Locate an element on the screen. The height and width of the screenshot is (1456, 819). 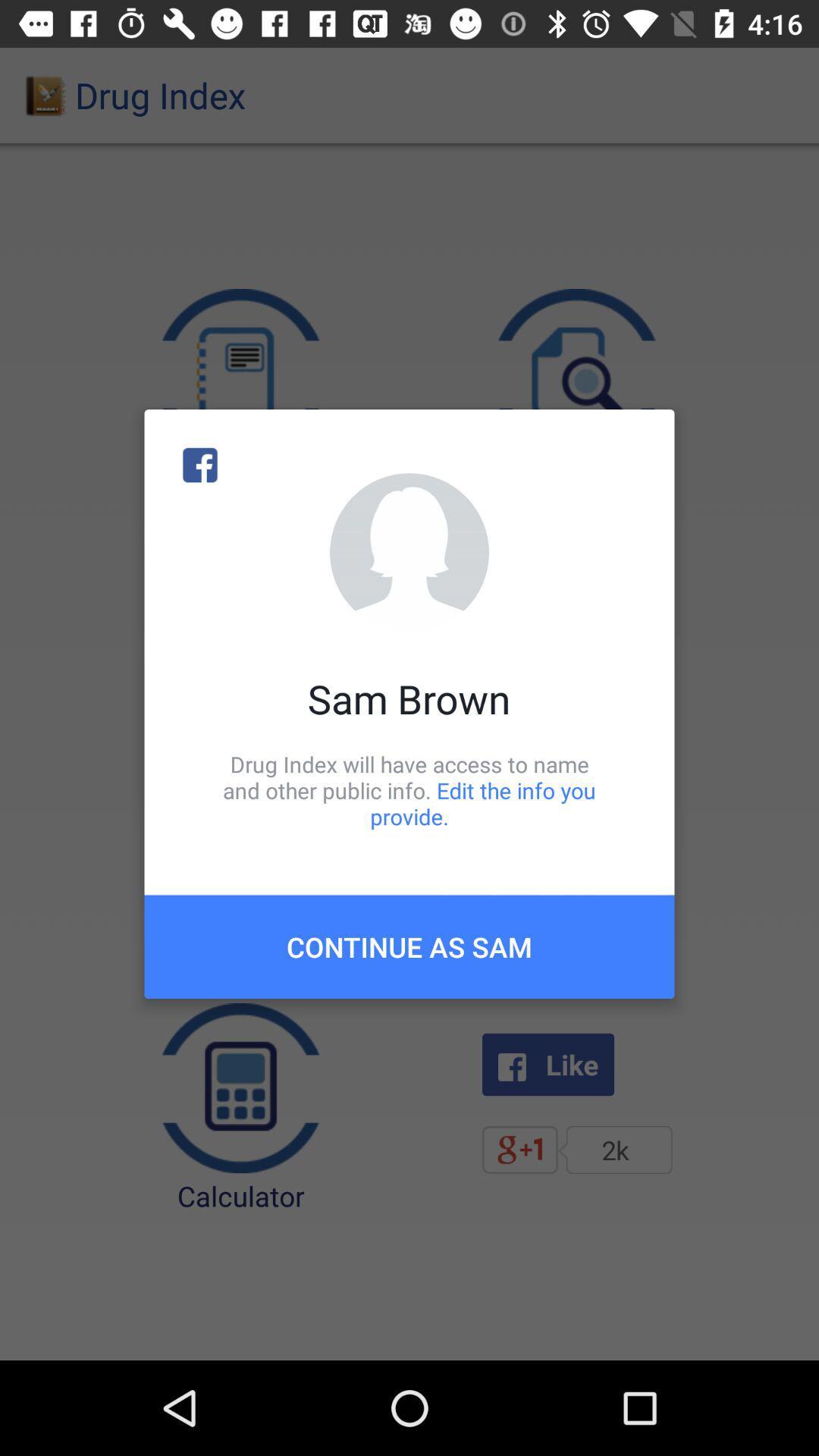
the drug index will item is located at coordinates (409, 789).